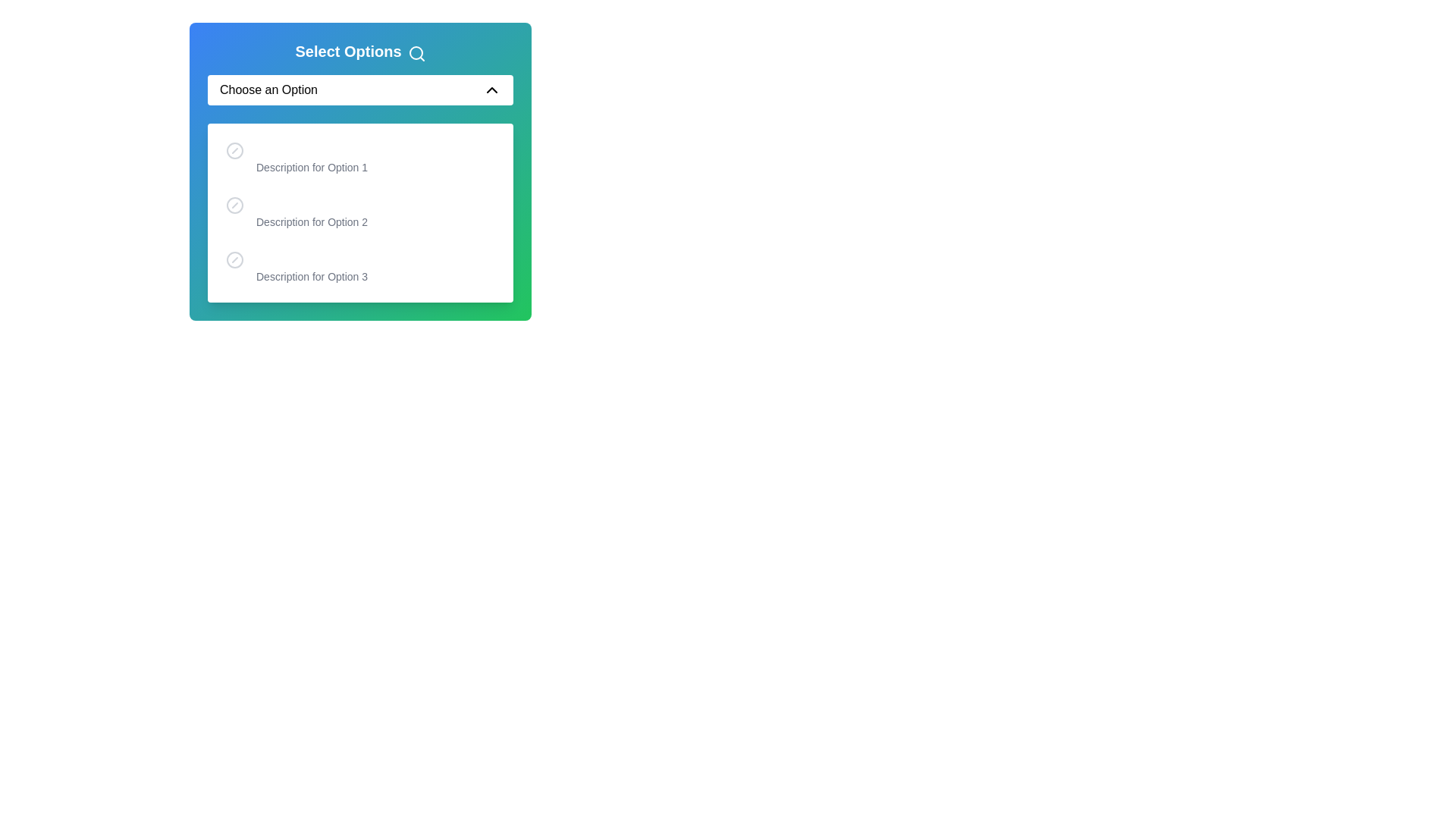 This screenshot has height=819, width=1456. What do you see at coordinates (359, 89) in the screenshot?
I see `the dropdown menu labeled 'Choose an Option'` at bounding box center [359, 89].